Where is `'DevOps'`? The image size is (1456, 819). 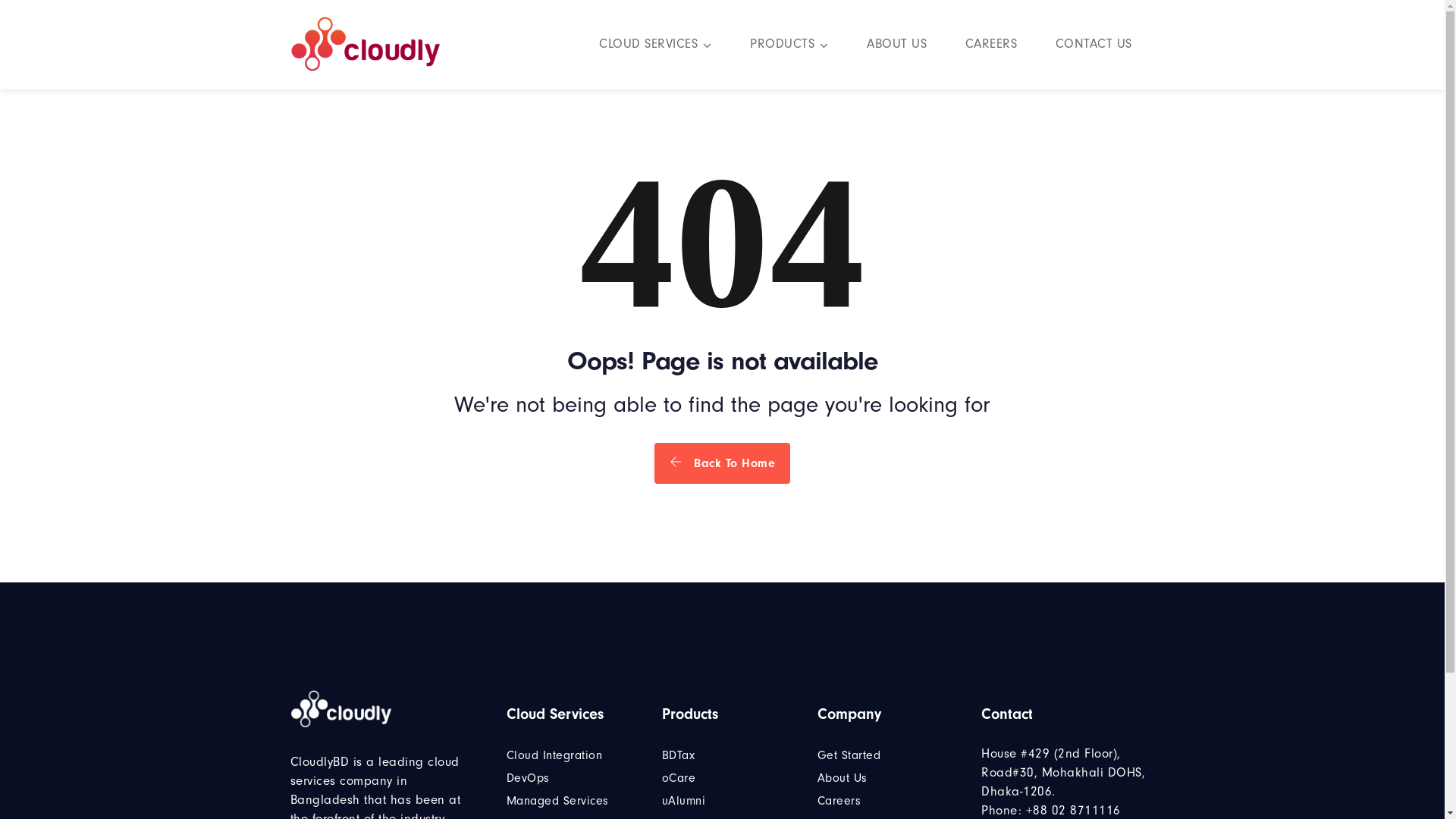 'DevOps' is located at coordinates (528, 778).